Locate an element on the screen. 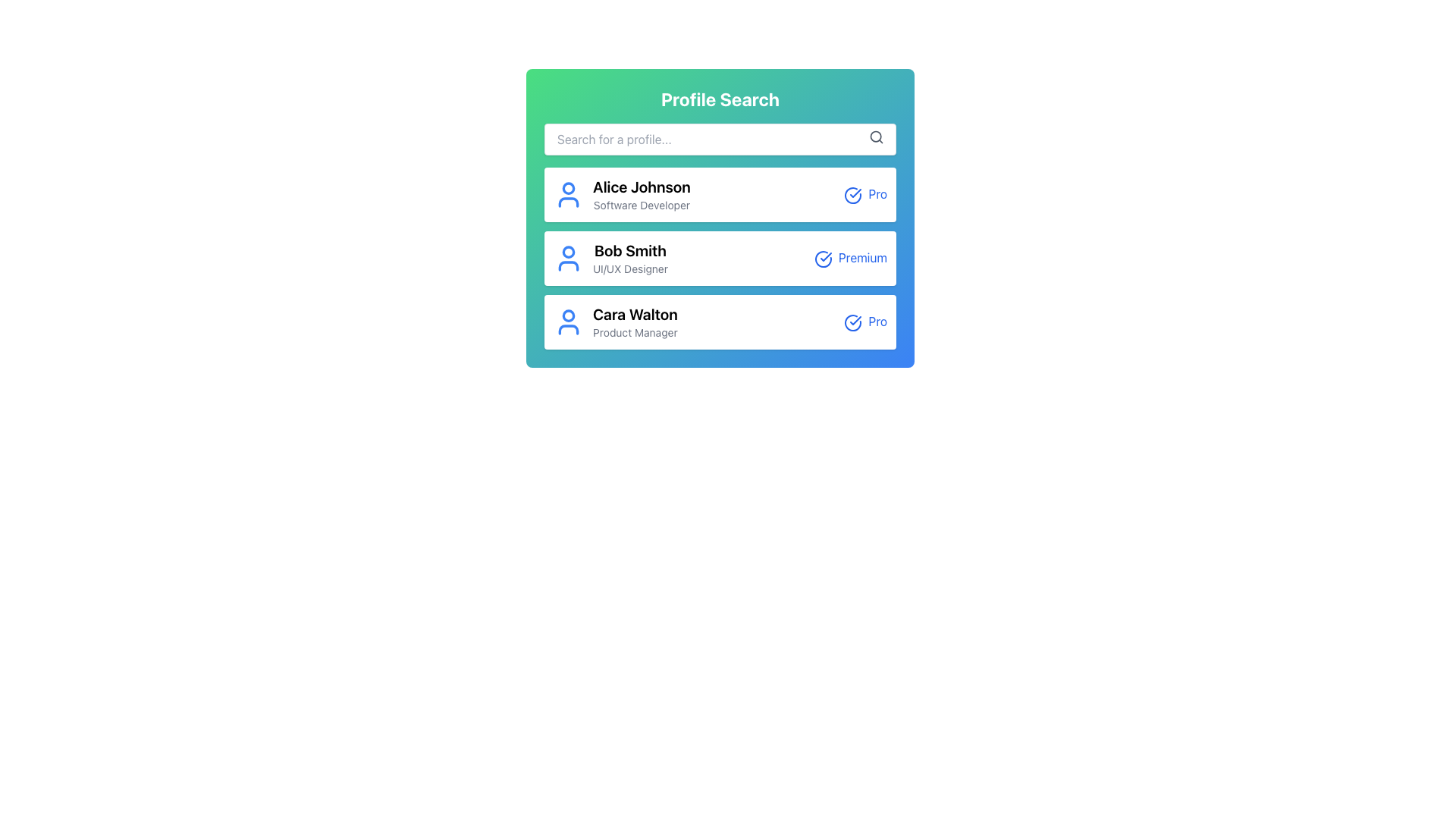  the 'Pro.' label, which is a blue textual label with a checkmark icon to its left, positioned in the far right of the third row, next to the 'Product Manager' text is located at coordinates (865, 321).